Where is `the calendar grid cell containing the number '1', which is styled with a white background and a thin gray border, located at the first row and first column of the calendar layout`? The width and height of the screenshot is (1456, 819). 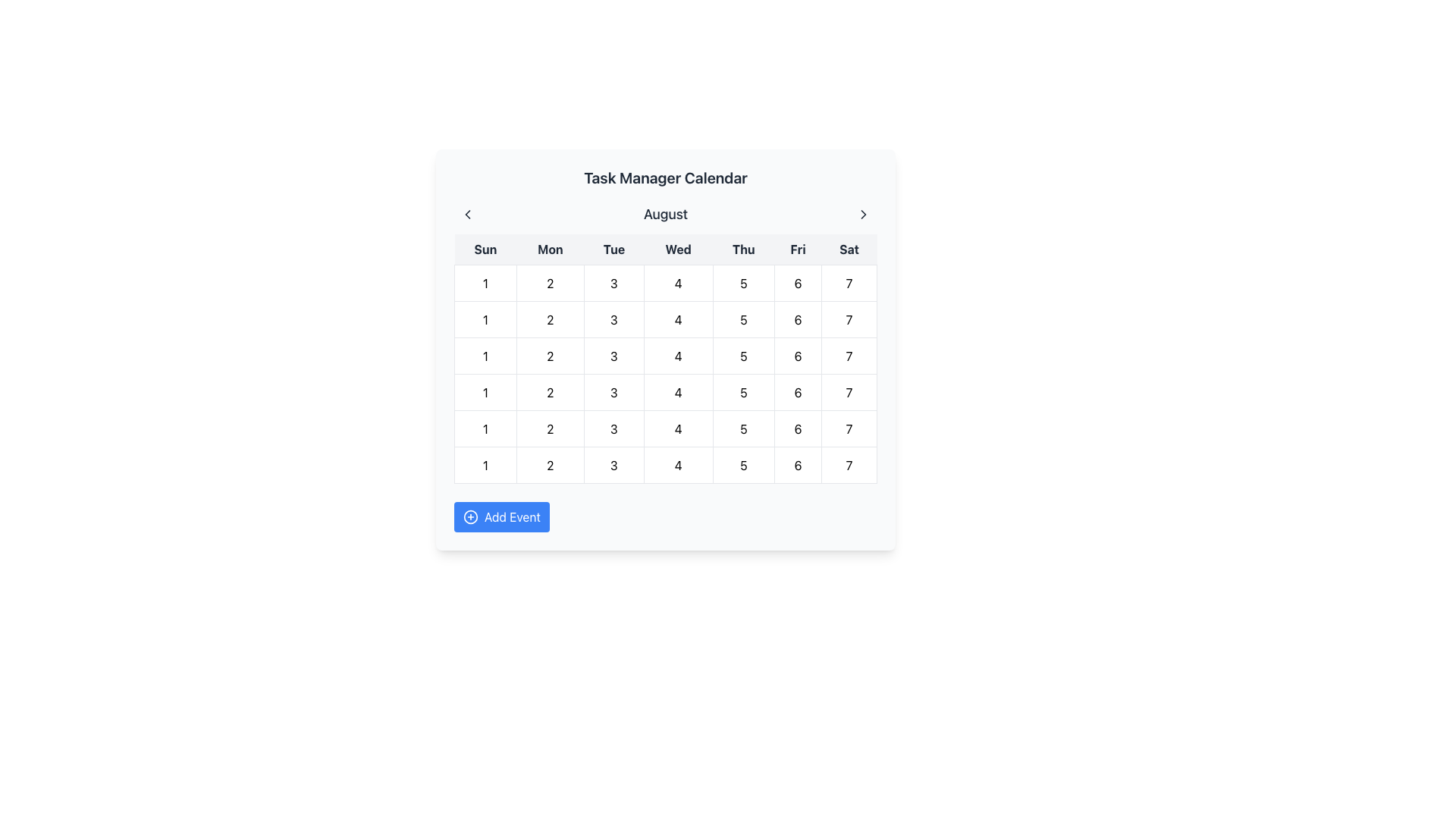
the calendar grid cell containing the number '1', which is styled with a white background and a thin gray border, located at the first row and first column of the calendar layout is located at coordinates (485, 283).